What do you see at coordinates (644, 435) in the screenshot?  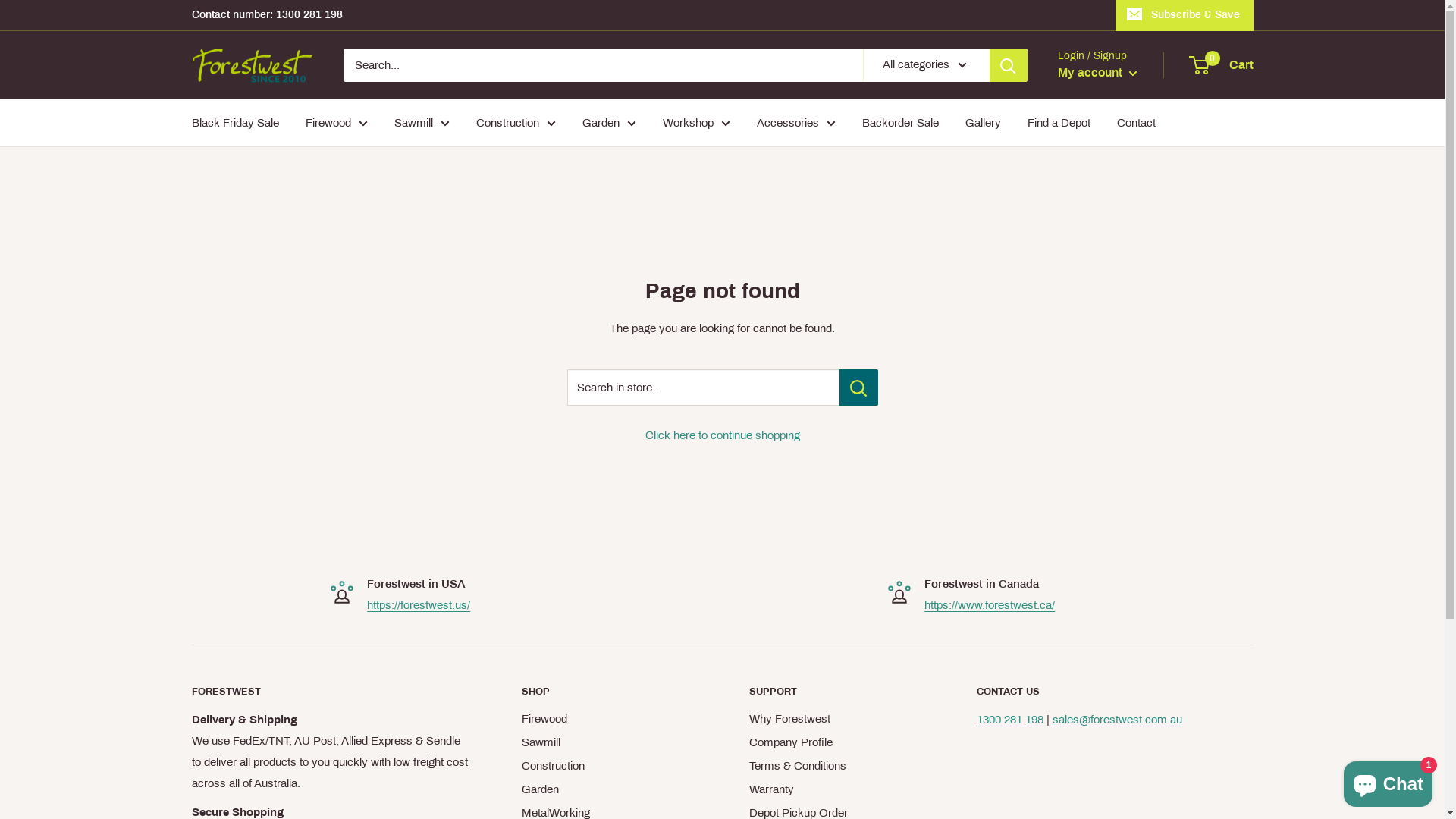 I see `'Click here to continue shopping'` at bounding box center [644, 435].